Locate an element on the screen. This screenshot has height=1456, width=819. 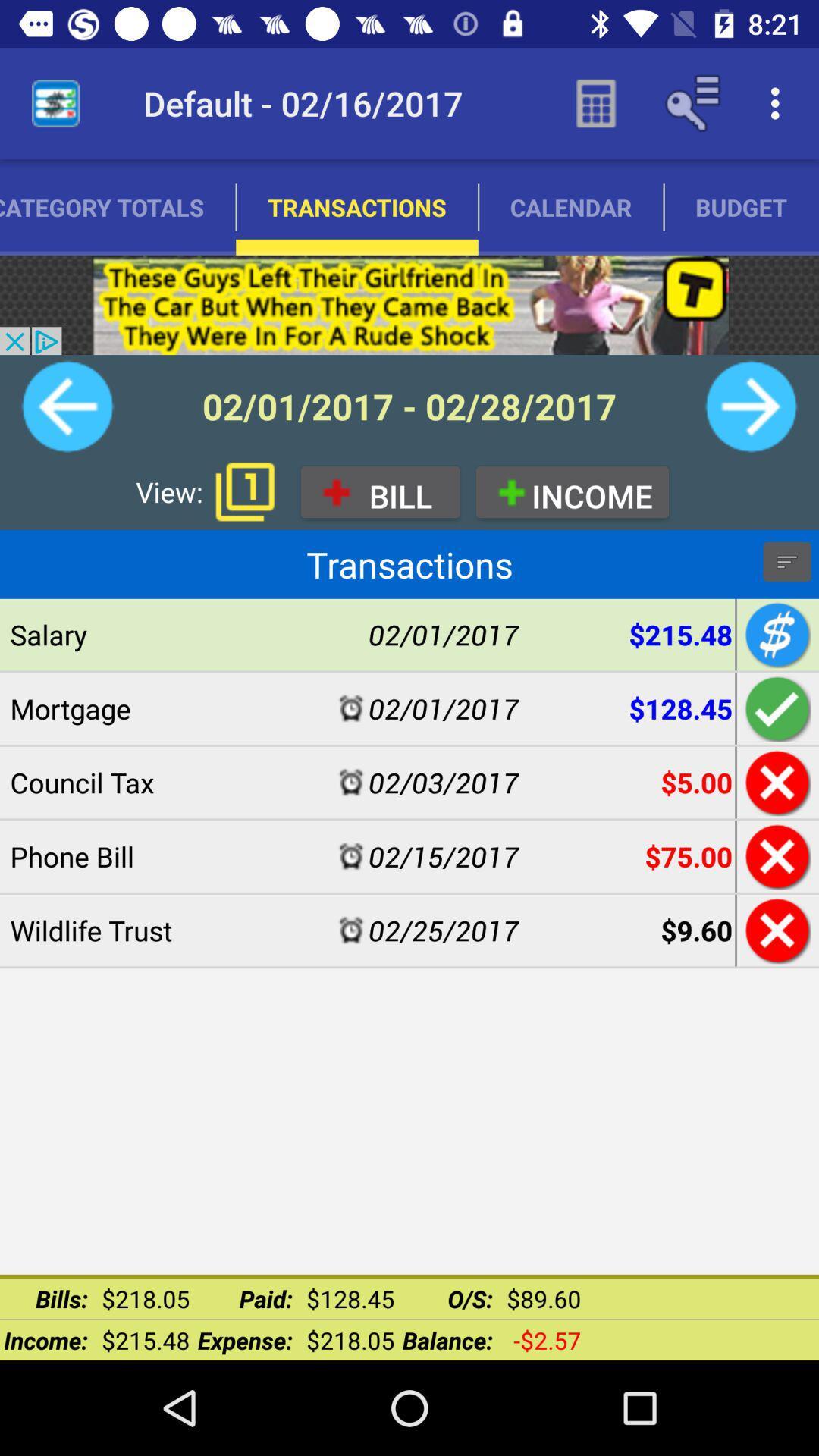
go back is located at coordinates (775, 930).